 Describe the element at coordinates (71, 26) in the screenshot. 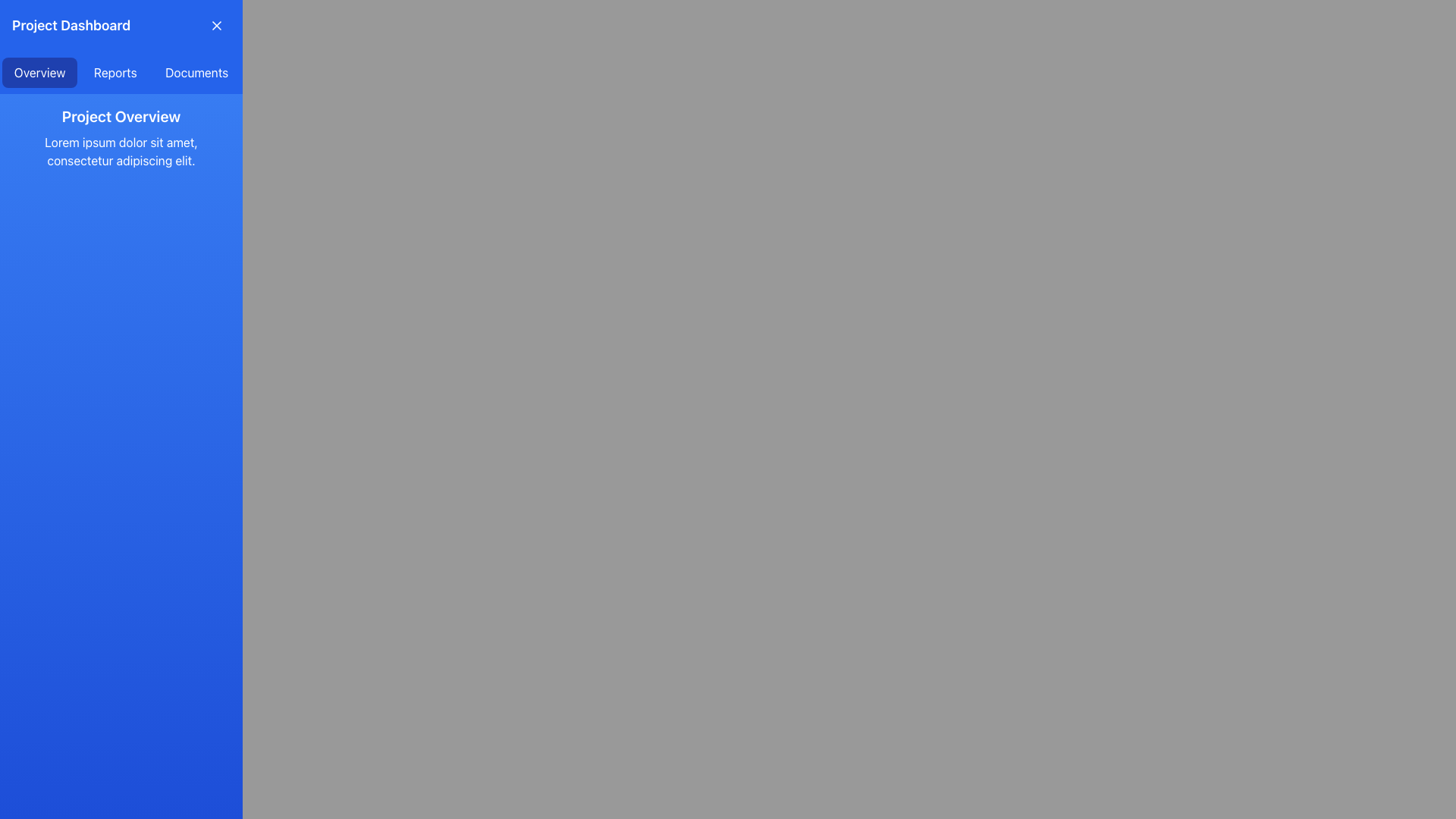

I see `the text label that displays 'Project Dashboard', located in the top left corner of the navigation bar with a blue background` at that location.